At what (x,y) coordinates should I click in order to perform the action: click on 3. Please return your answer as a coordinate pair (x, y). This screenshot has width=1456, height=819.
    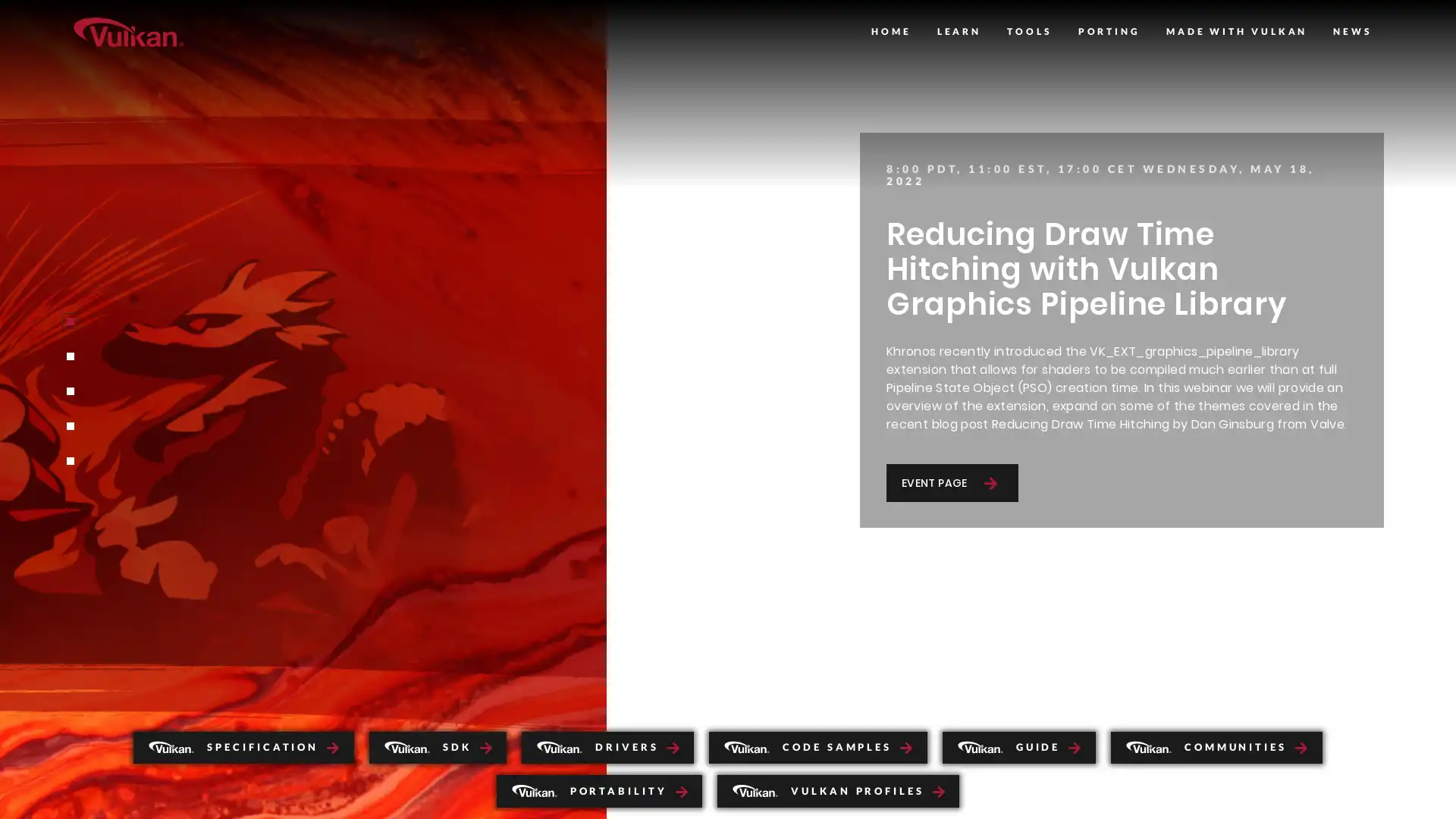
    Looking at the image, I should click on (68, 391).